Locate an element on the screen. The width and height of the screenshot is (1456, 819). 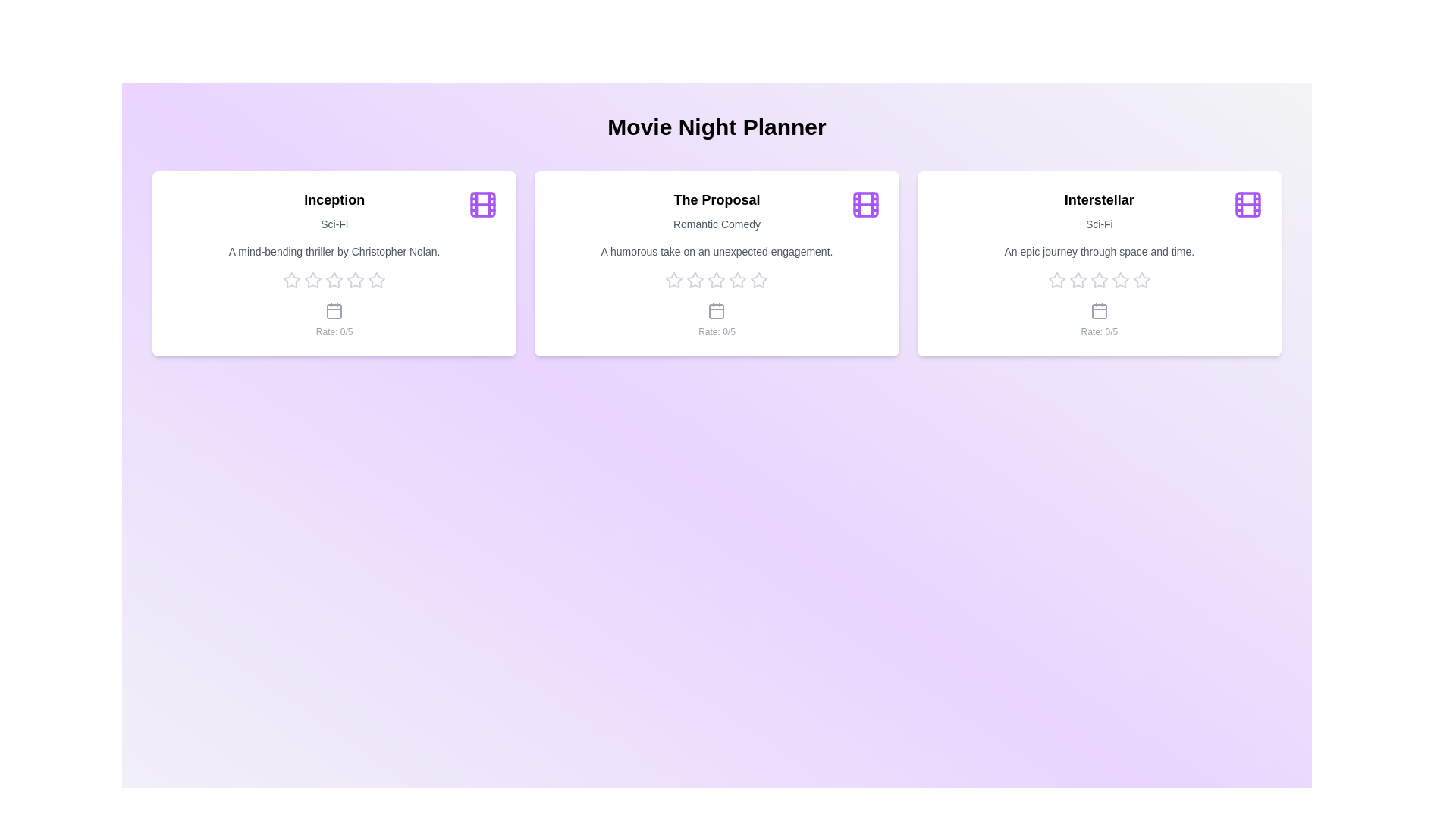
the calendar icon for the movie card The Proposal is located at coordinates (716, 309).